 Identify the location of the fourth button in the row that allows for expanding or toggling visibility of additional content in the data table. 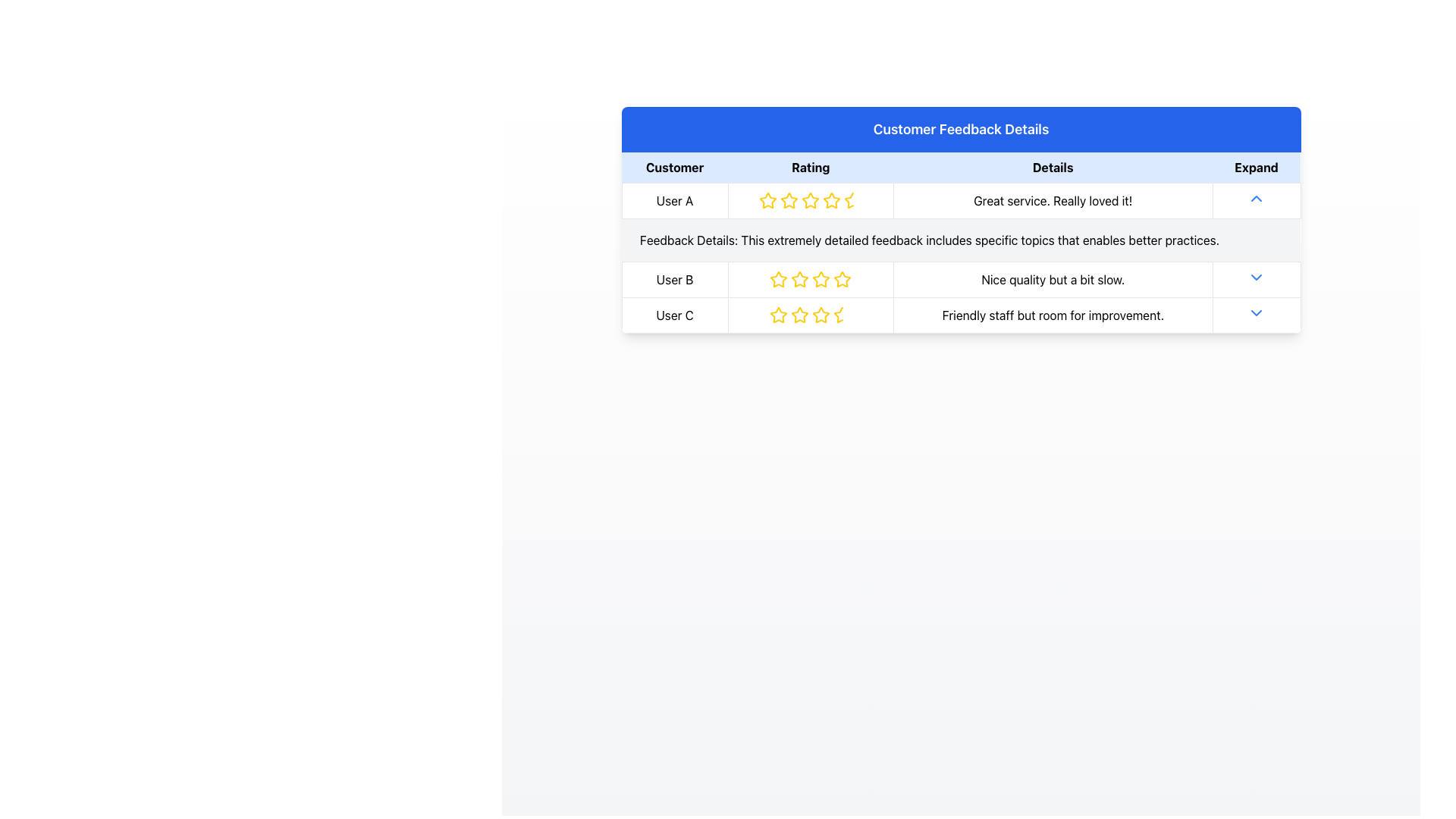
(1257, 168).